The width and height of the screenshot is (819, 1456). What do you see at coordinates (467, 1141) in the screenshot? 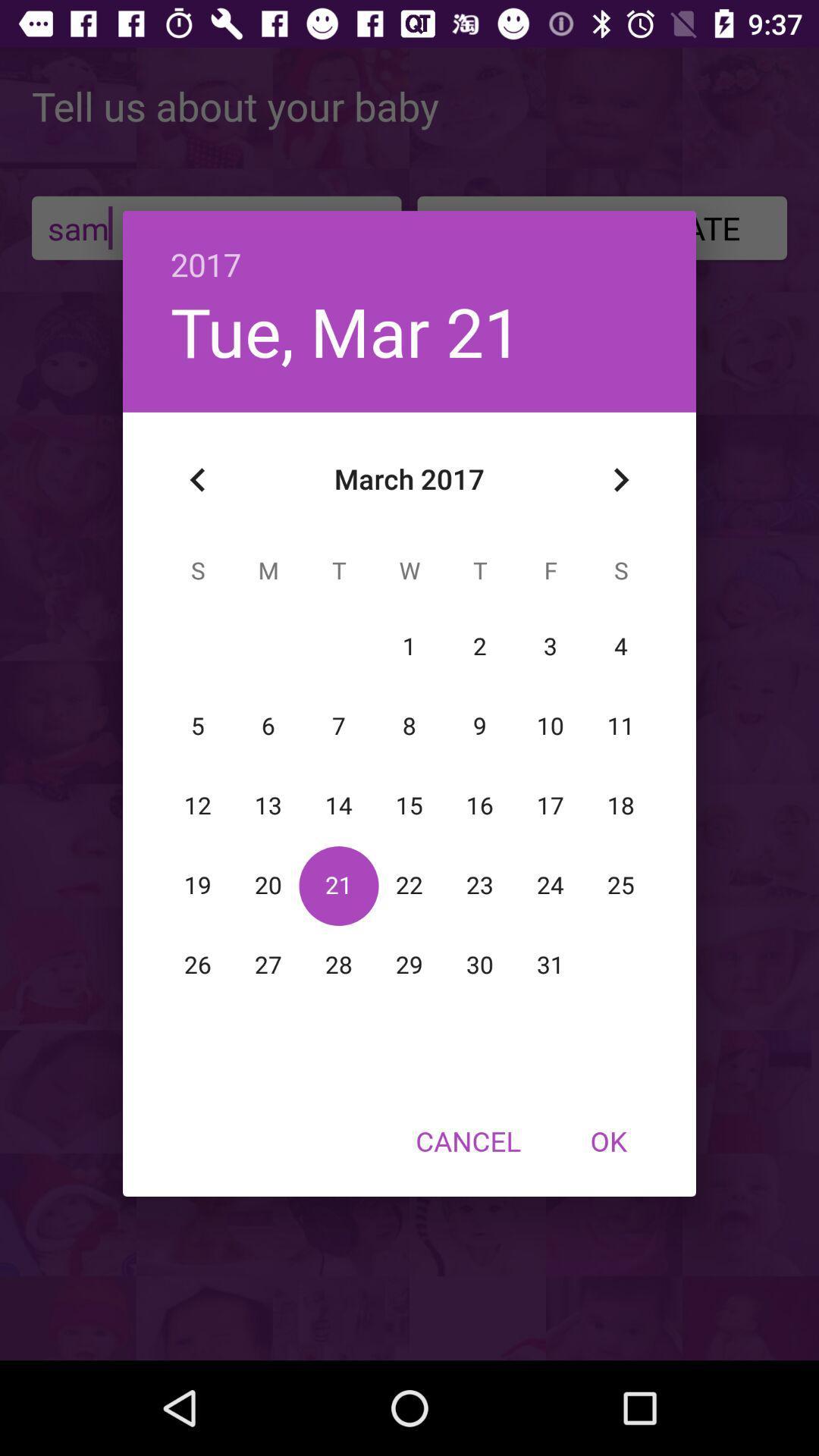
I see `the cancel` at bounding box center [467, 1141].